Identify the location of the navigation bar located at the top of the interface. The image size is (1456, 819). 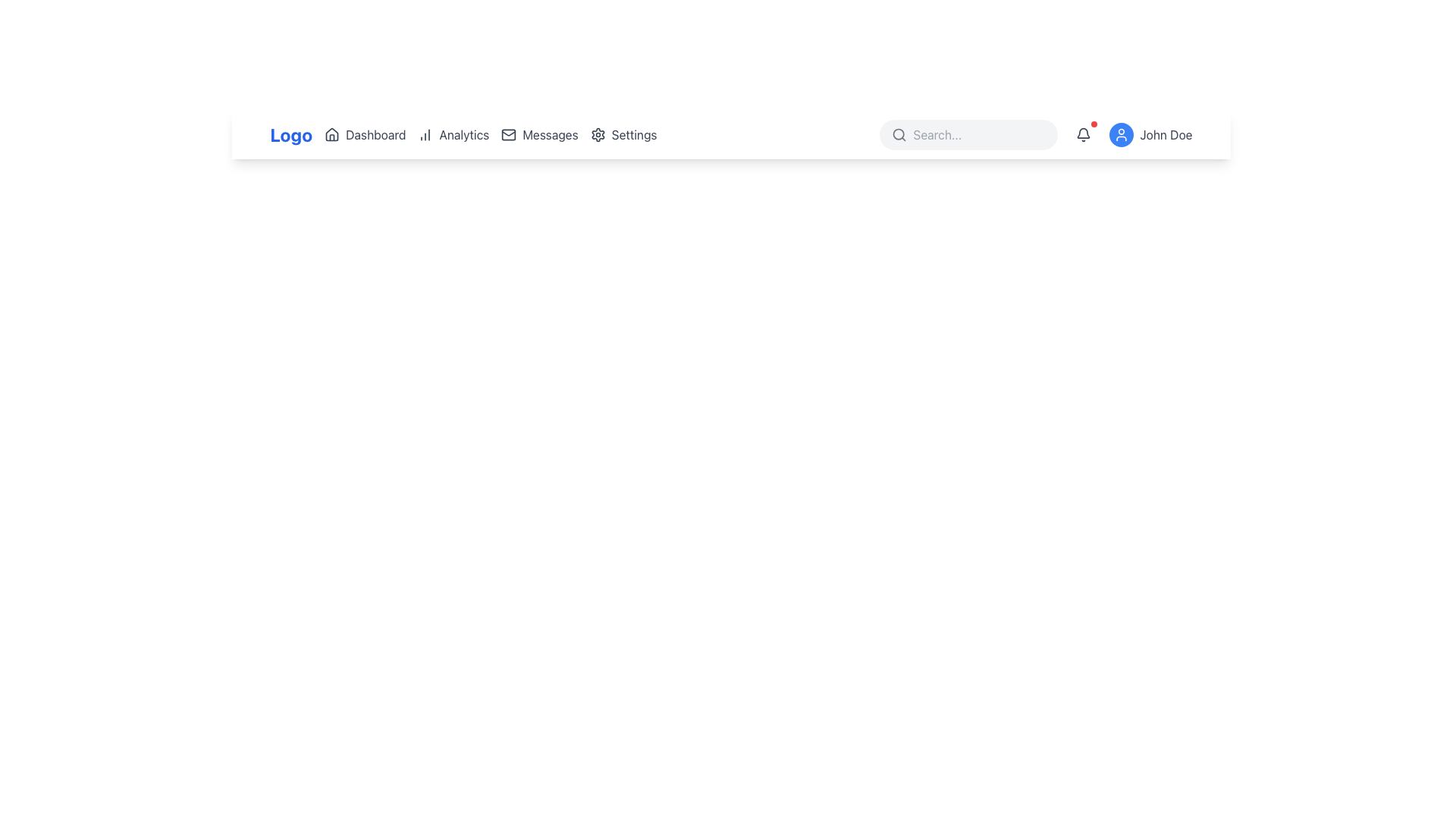
(731, 133).